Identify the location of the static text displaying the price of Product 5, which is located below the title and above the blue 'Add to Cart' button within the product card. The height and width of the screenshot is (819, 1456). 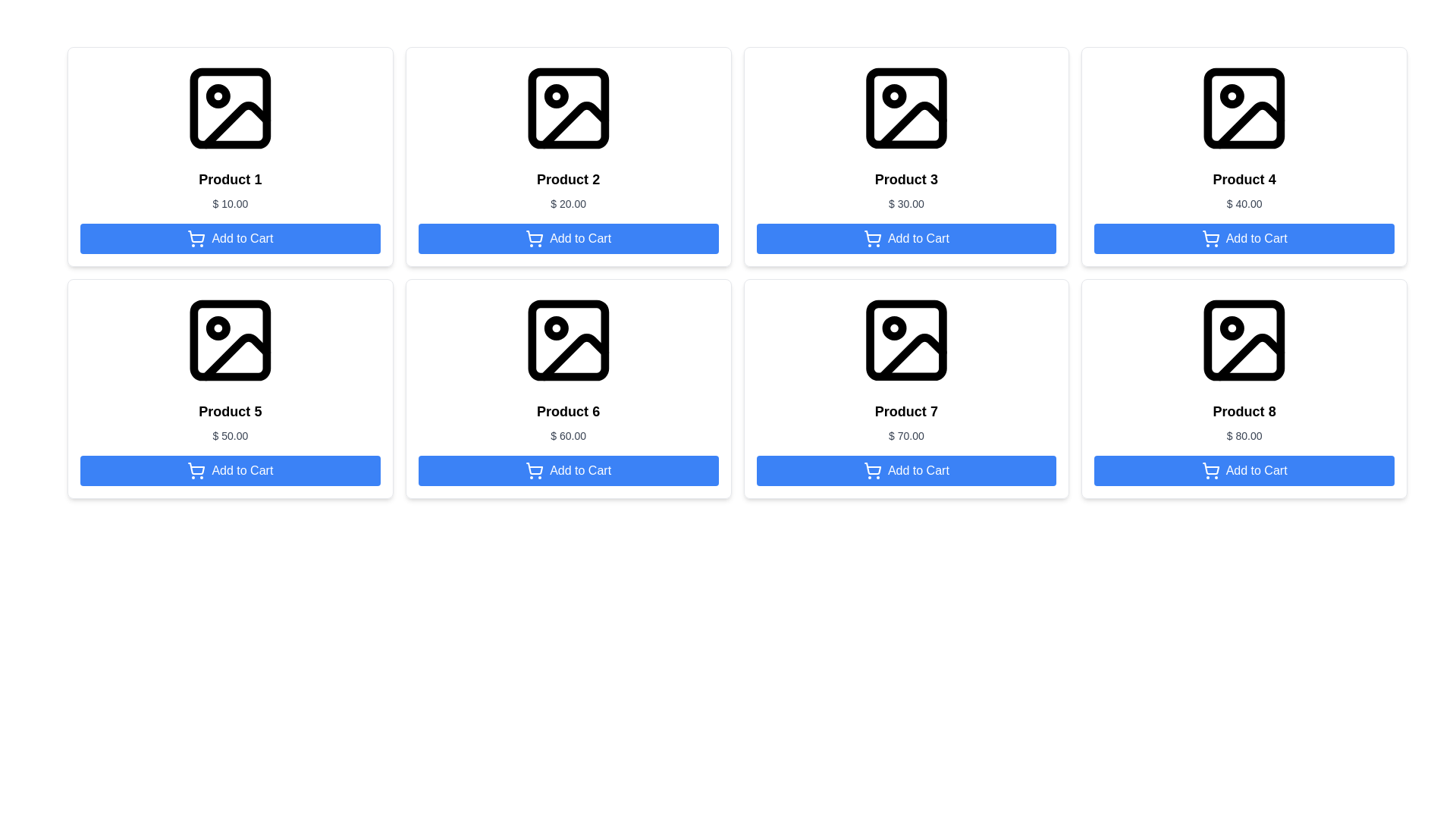
(229, 435).